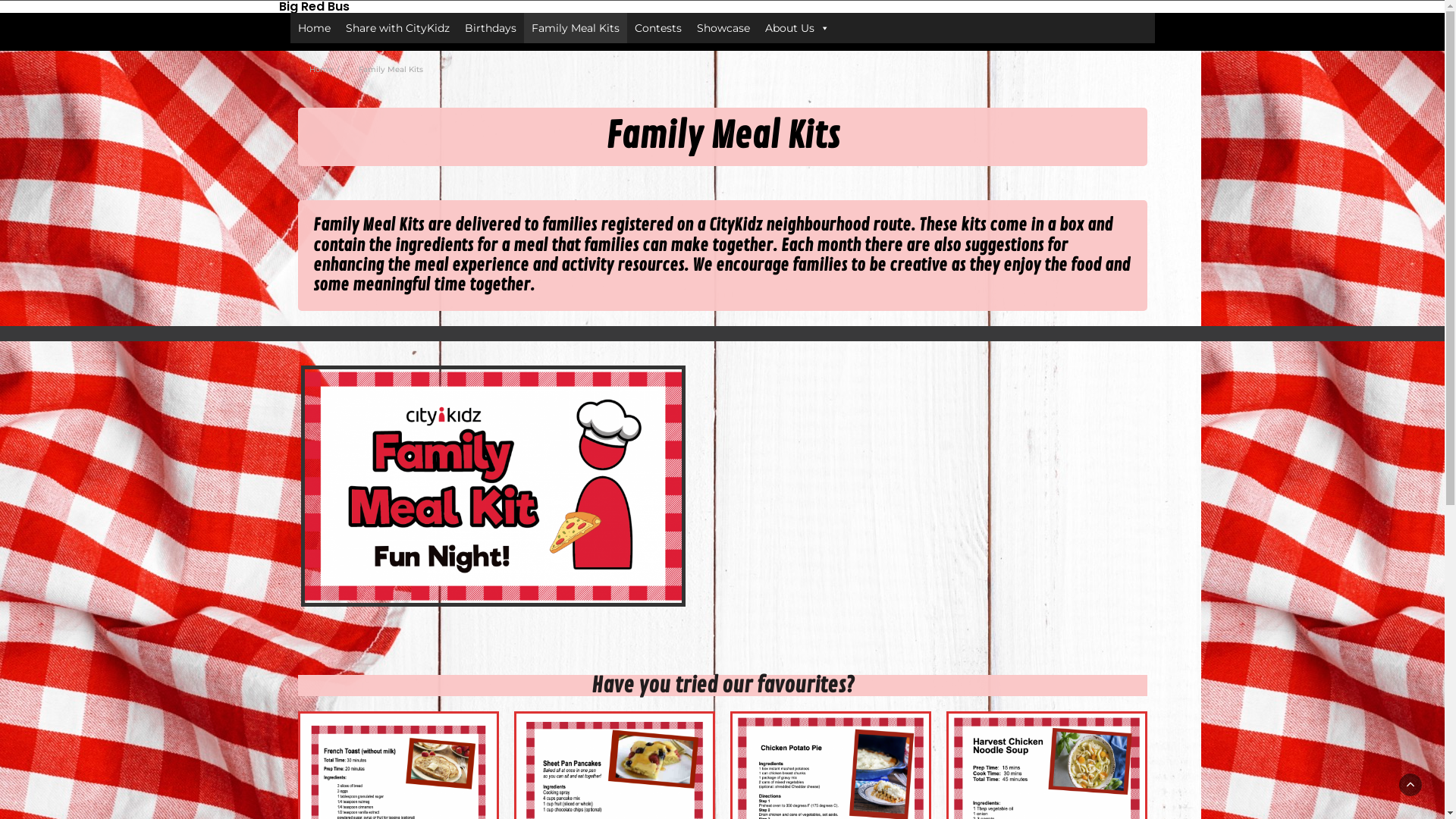  I want to click on 'Birthdays', so click(455, 28).